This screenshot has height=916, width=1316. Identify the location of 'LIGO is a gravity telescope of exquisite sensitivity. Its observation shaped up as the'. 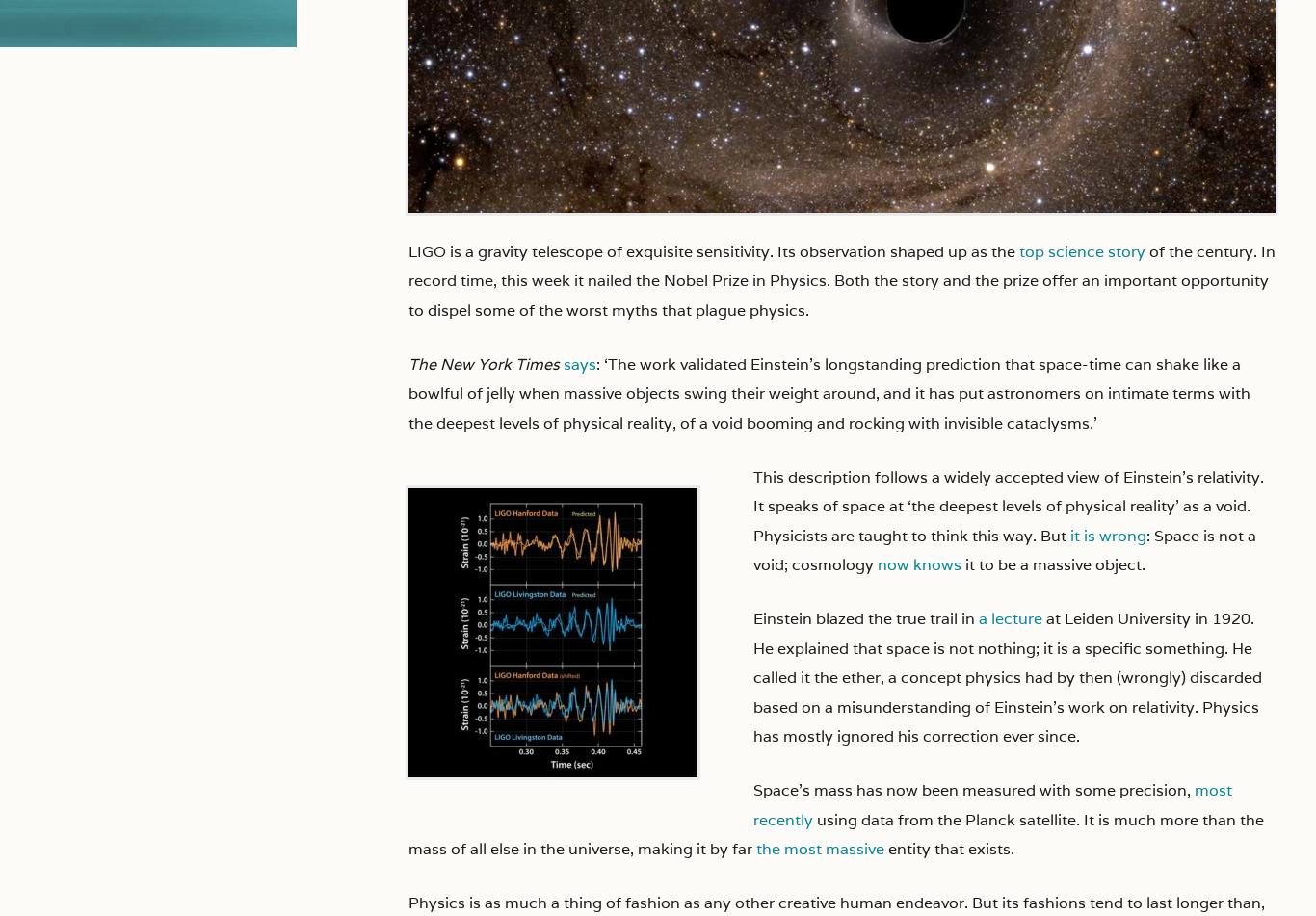
(408, 250).